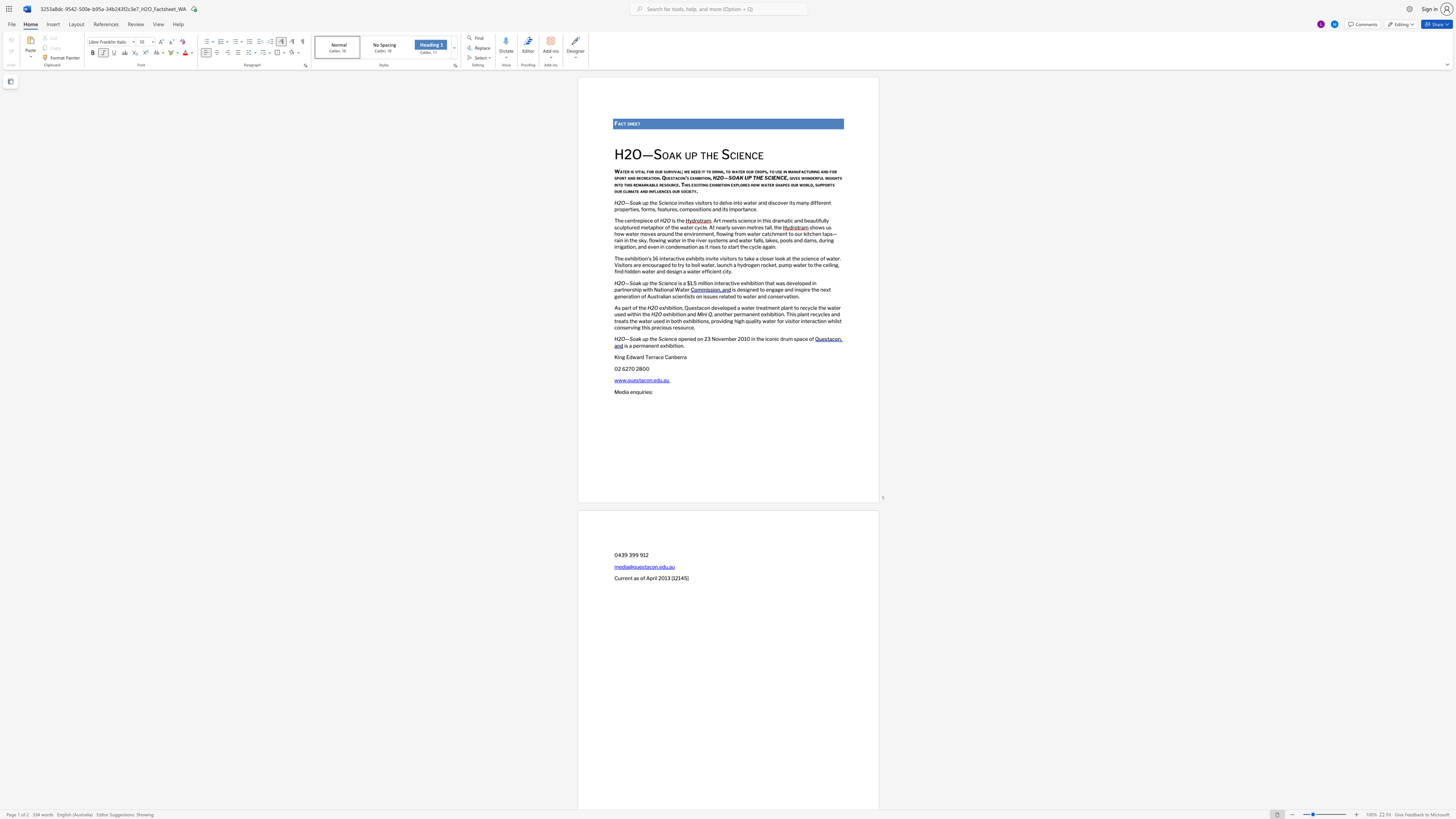  Describe the element at coordinates (665, 345) in the screenshot. I see `the space between the continuous character "x" and "h" in the text` at that location.